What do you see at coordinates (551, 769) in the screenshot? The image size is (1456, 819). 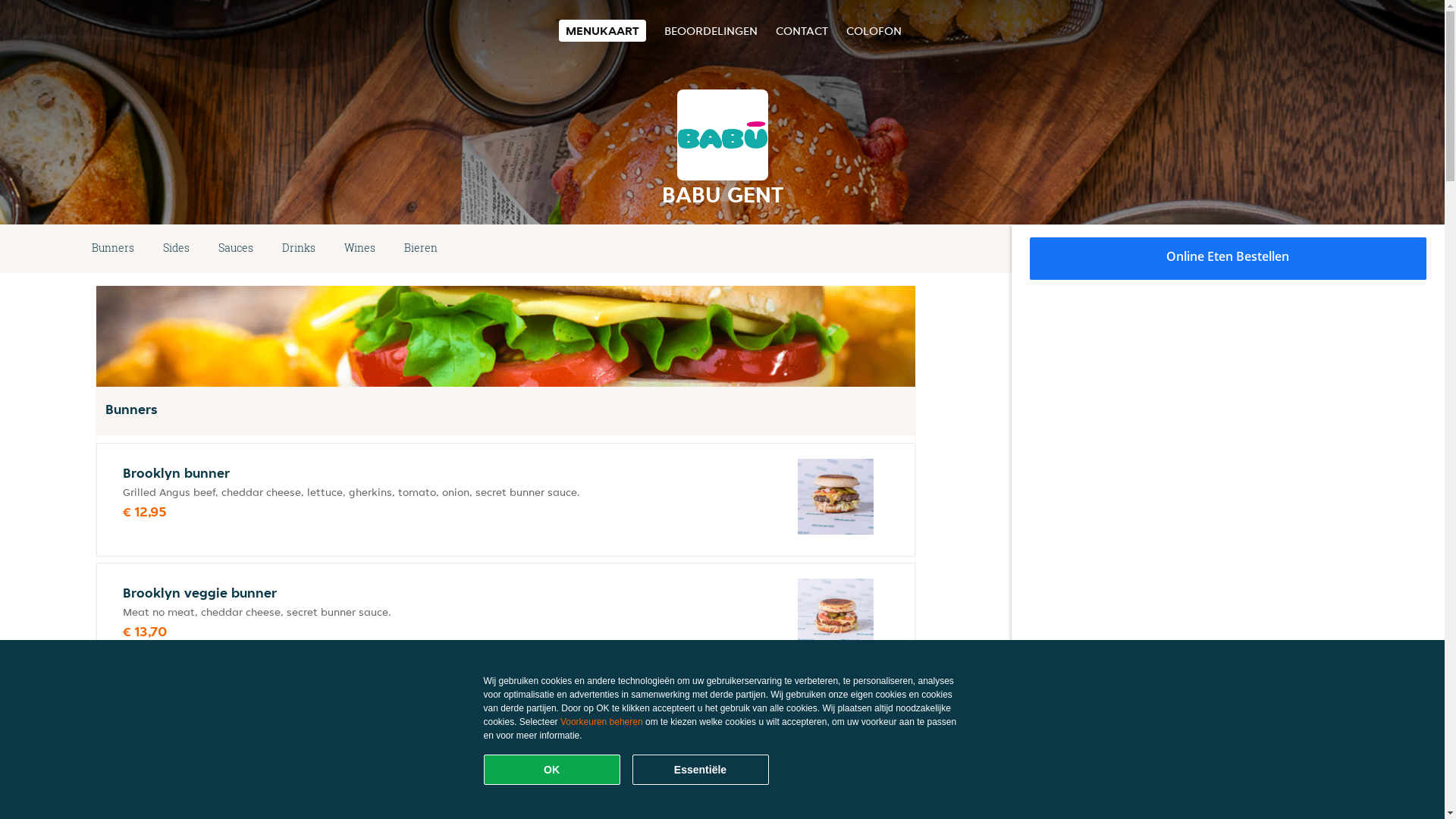 I see `'OK'` at bounding box center [551, 769].